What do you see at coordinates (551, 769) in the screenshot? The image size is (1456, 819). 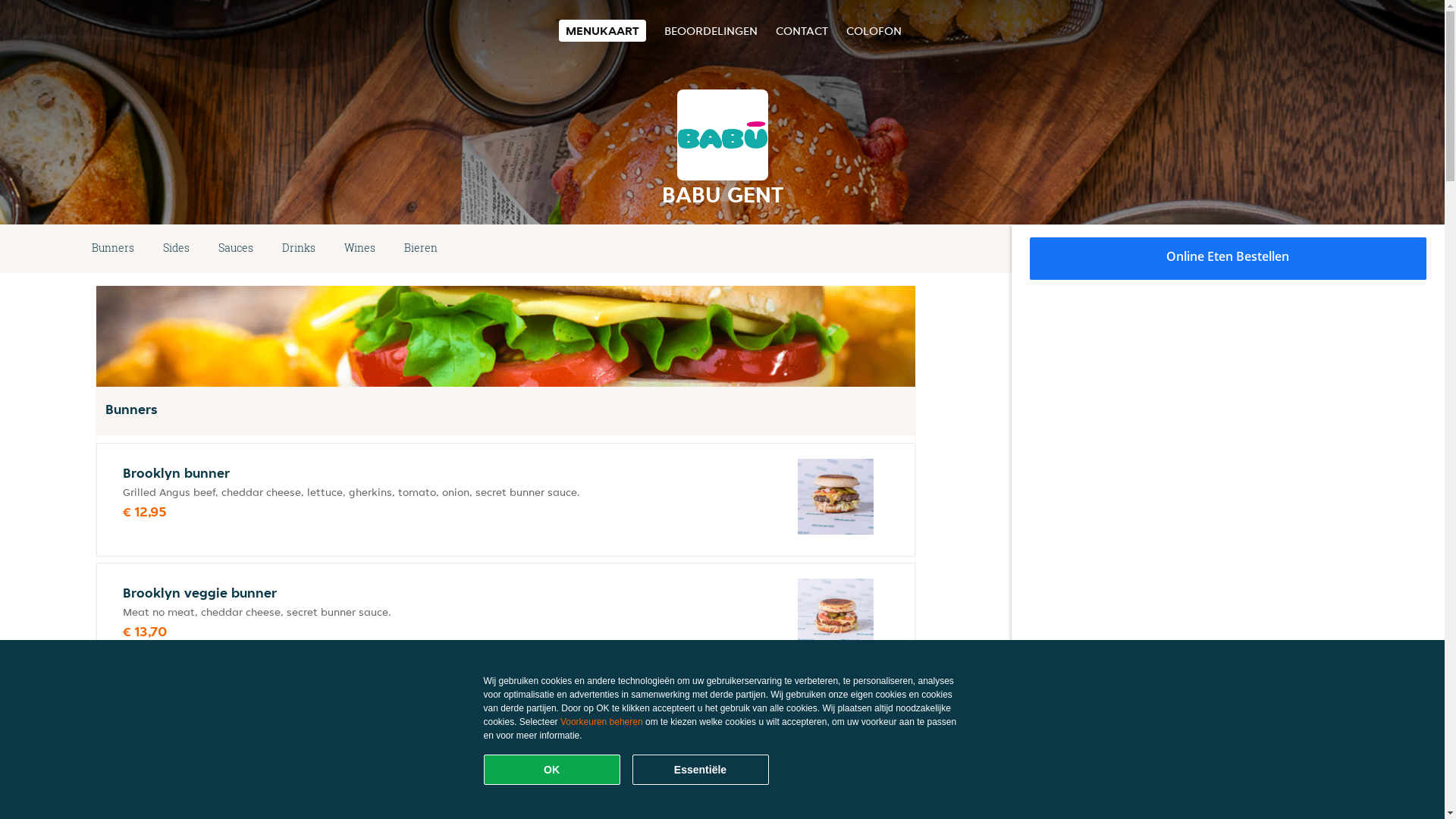 I see `'OK'` at bounding box center [551, 769].